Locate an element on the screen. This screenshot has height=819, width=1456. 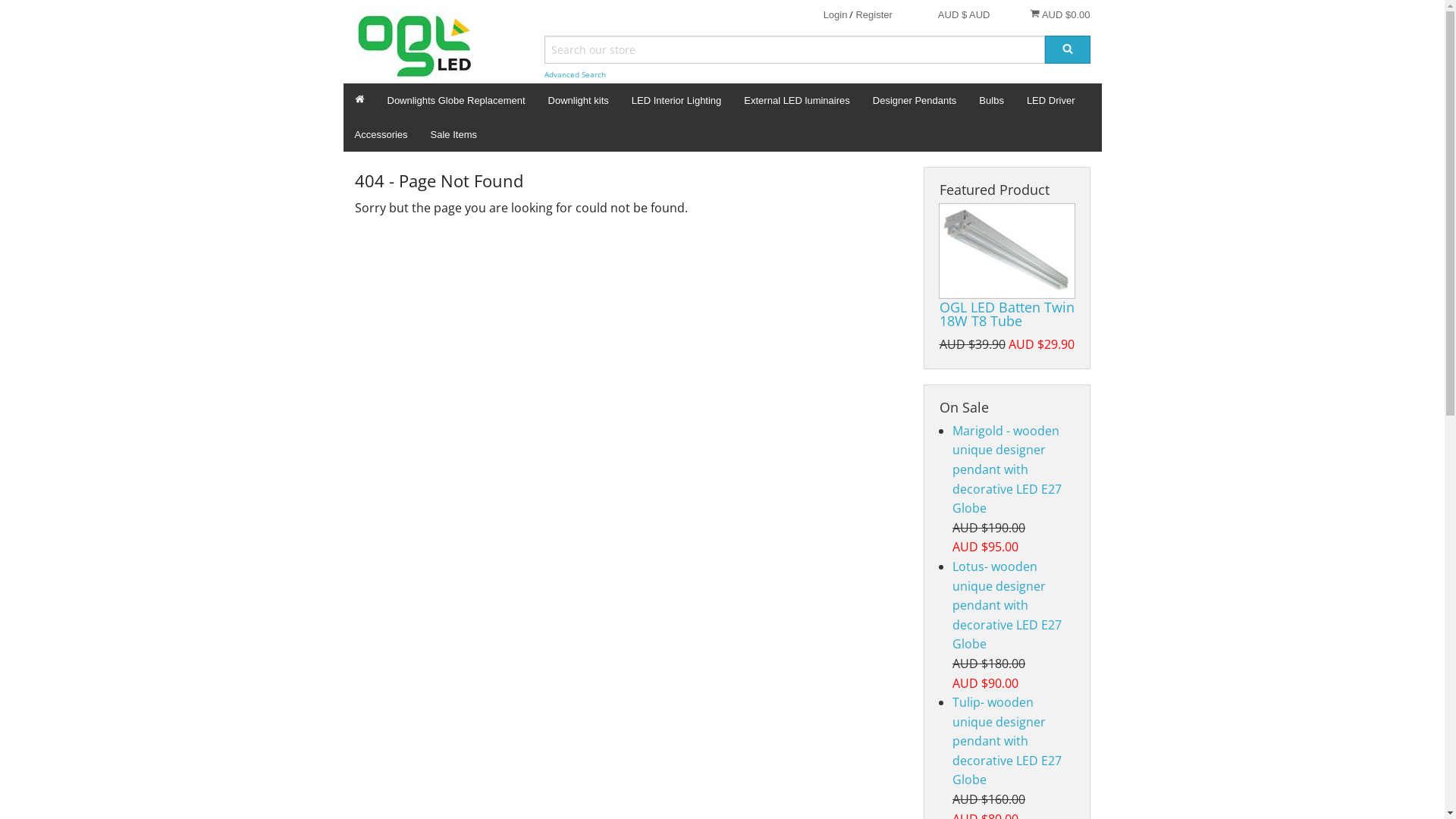
'Downlights Globe Replacement' is located at coordinates (455, 100).